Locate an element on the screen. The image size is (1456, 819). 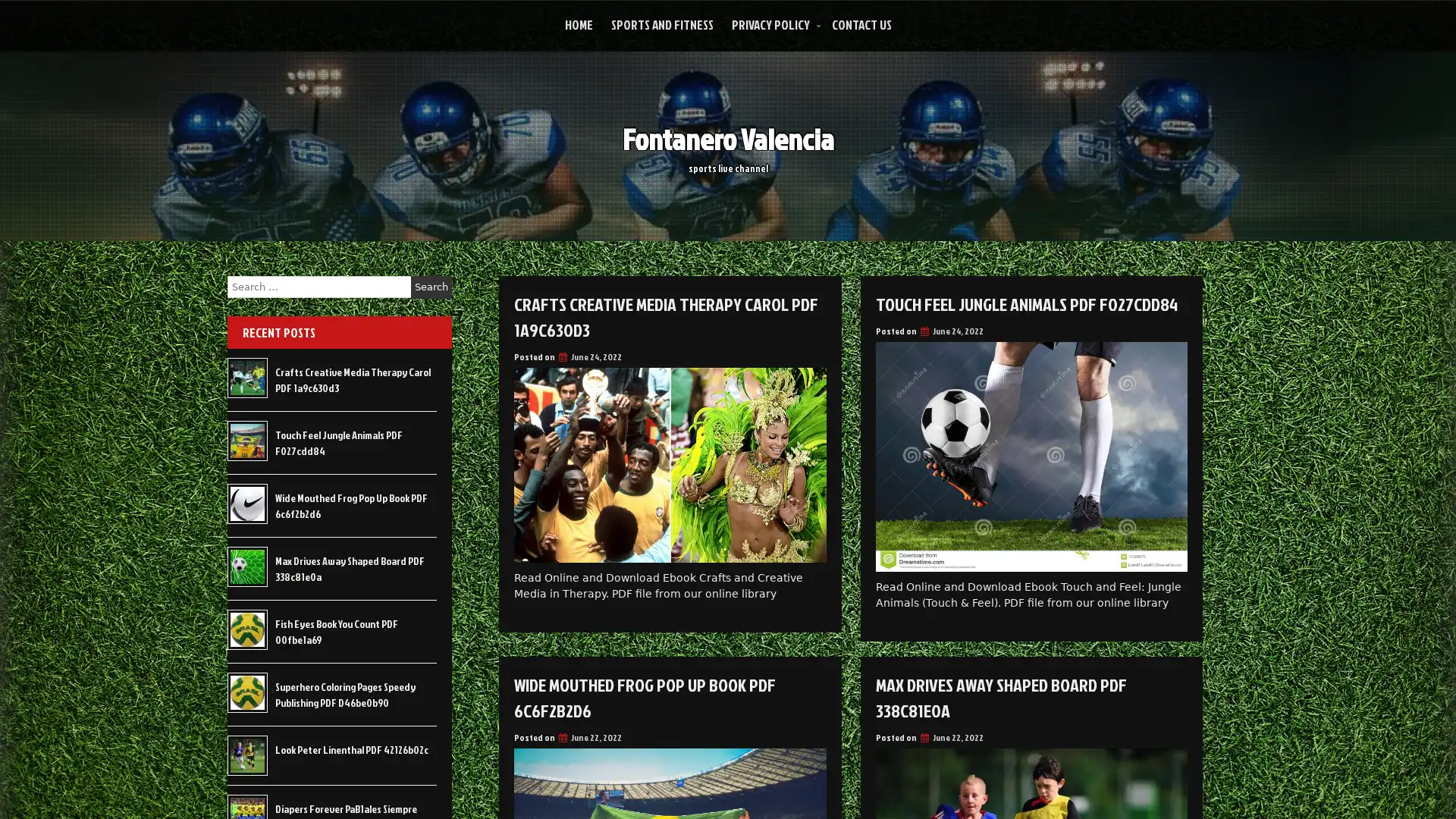
Search is located at coordinates (431, 287).